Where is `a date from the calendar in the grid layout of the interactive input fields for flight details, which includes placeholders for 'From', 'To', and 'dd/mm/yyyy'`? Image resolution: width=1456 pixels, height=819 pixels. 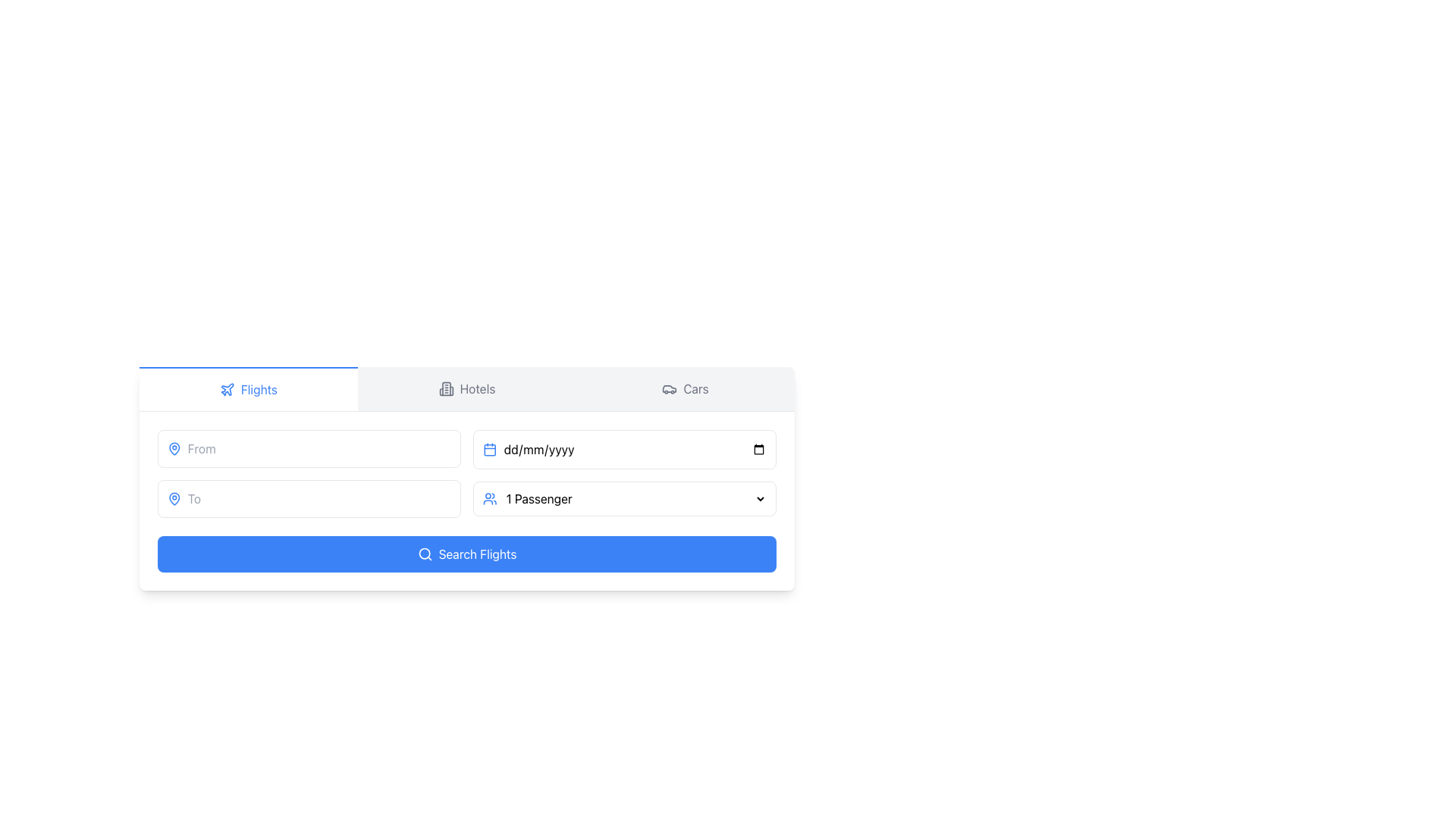
a date from the calendar in the grid layout of the interactive input fields for flight details, which includes placeholders for 'From', 'To', and 'dd/mm/yyyy' is located at coordinates (466, 472).